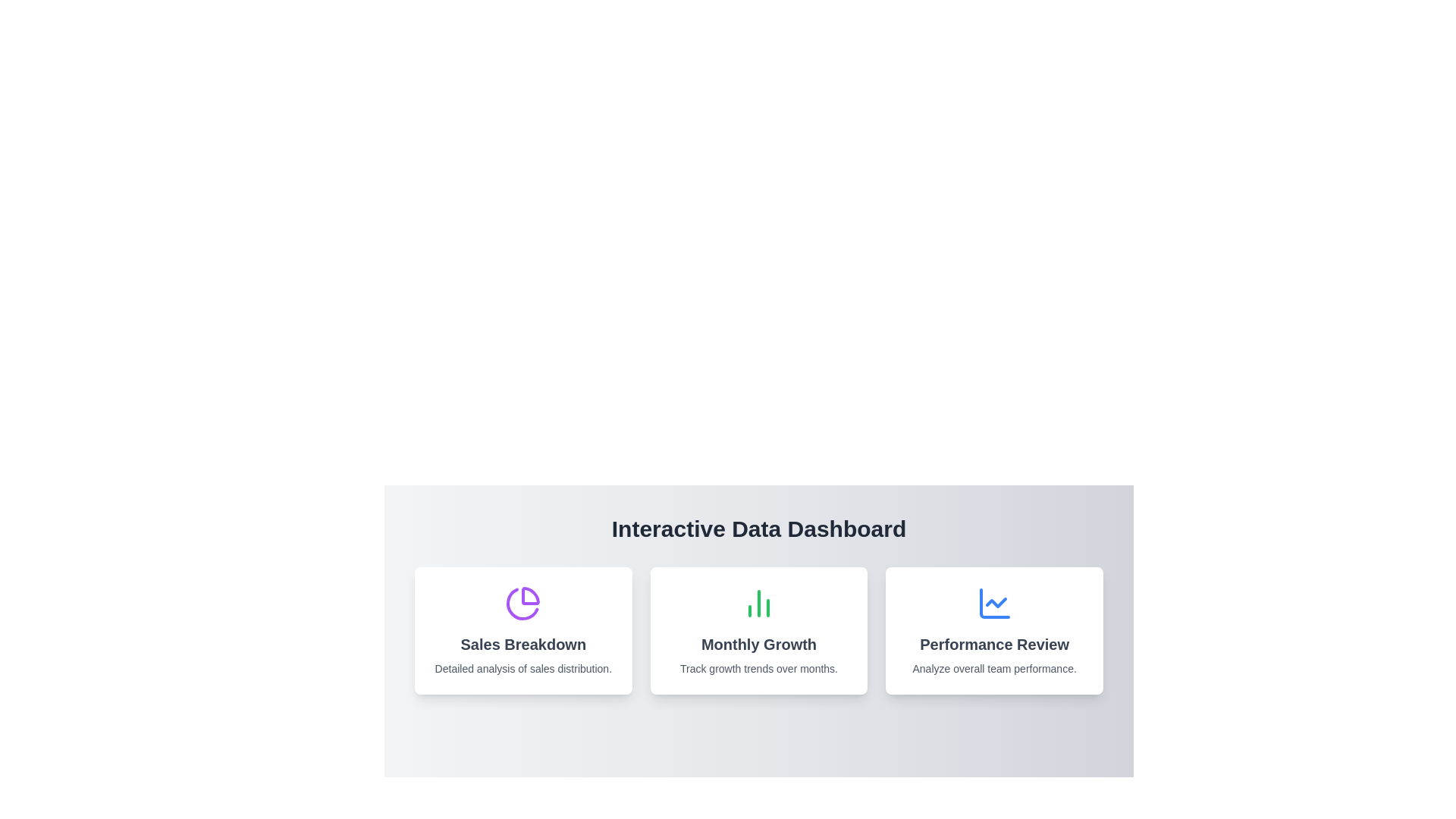 This screenshot has width=1456, height=819. What do you see at coordinates (531, 595) in the screenshot?
I see `the pie chart segment icon located in the 'Sales Breakdown' card on the dashboard, which represents a portion of data in the pie chart` at bounding box center [531, 595].